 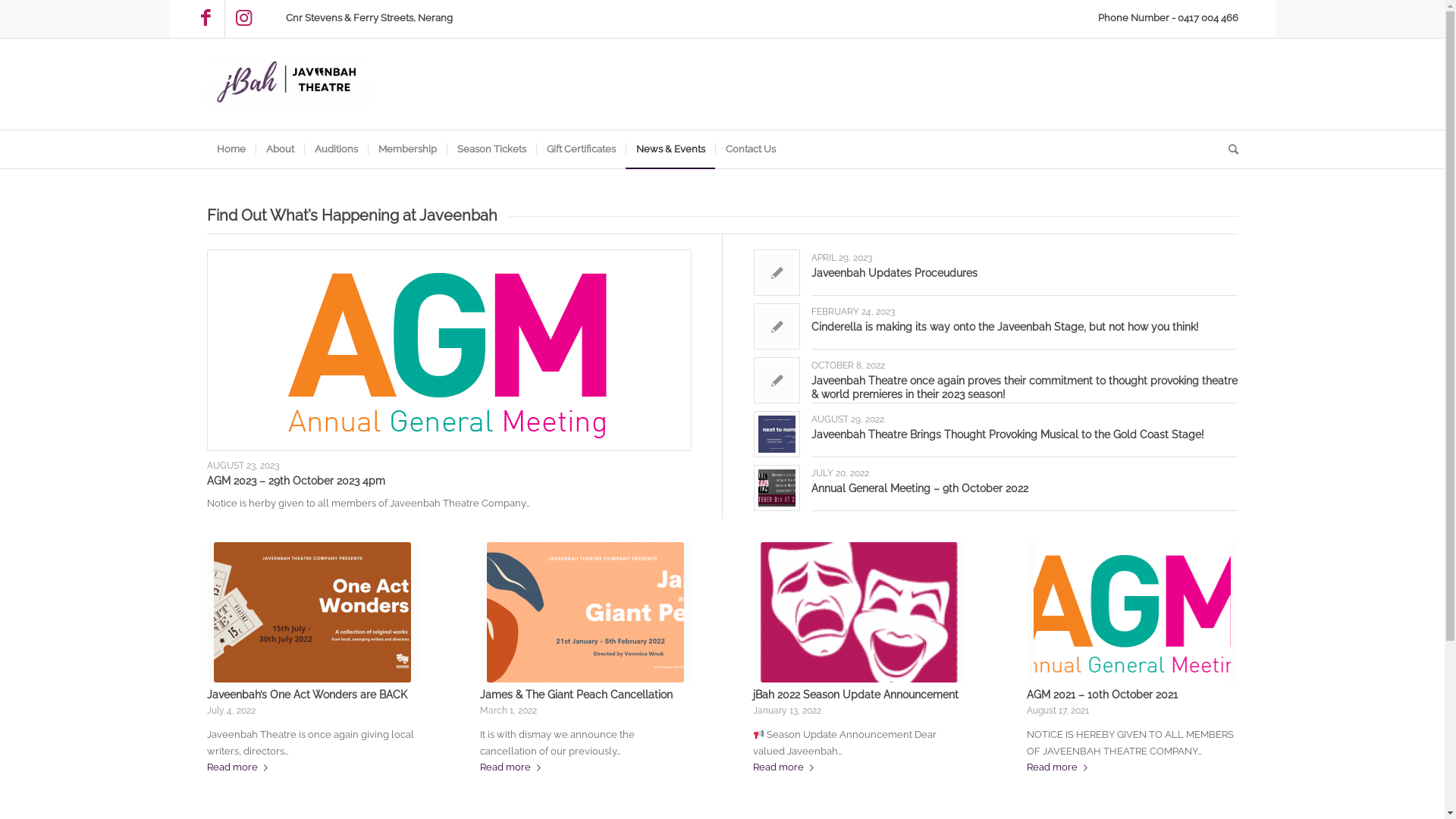 I want to click on 'About', so click(x=255, y=149).